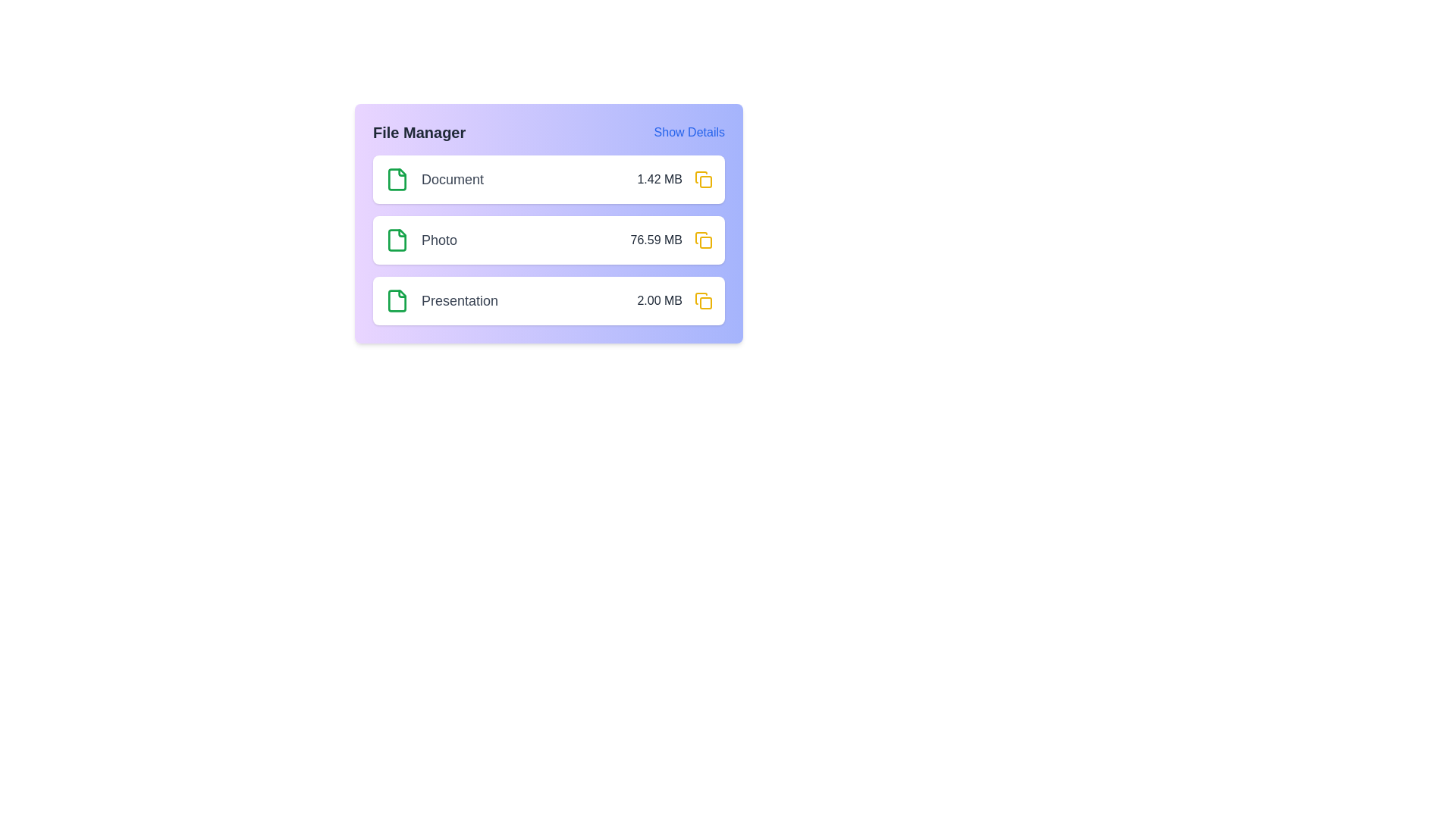 The width and height of the screenshot is (1456, 819). Describe the element at coordinates (660, 301) in the screenshot. I see `the static text label displaying the file size, located in the third row of the 'Presentation' column, to the right of the folder icon` at that location.